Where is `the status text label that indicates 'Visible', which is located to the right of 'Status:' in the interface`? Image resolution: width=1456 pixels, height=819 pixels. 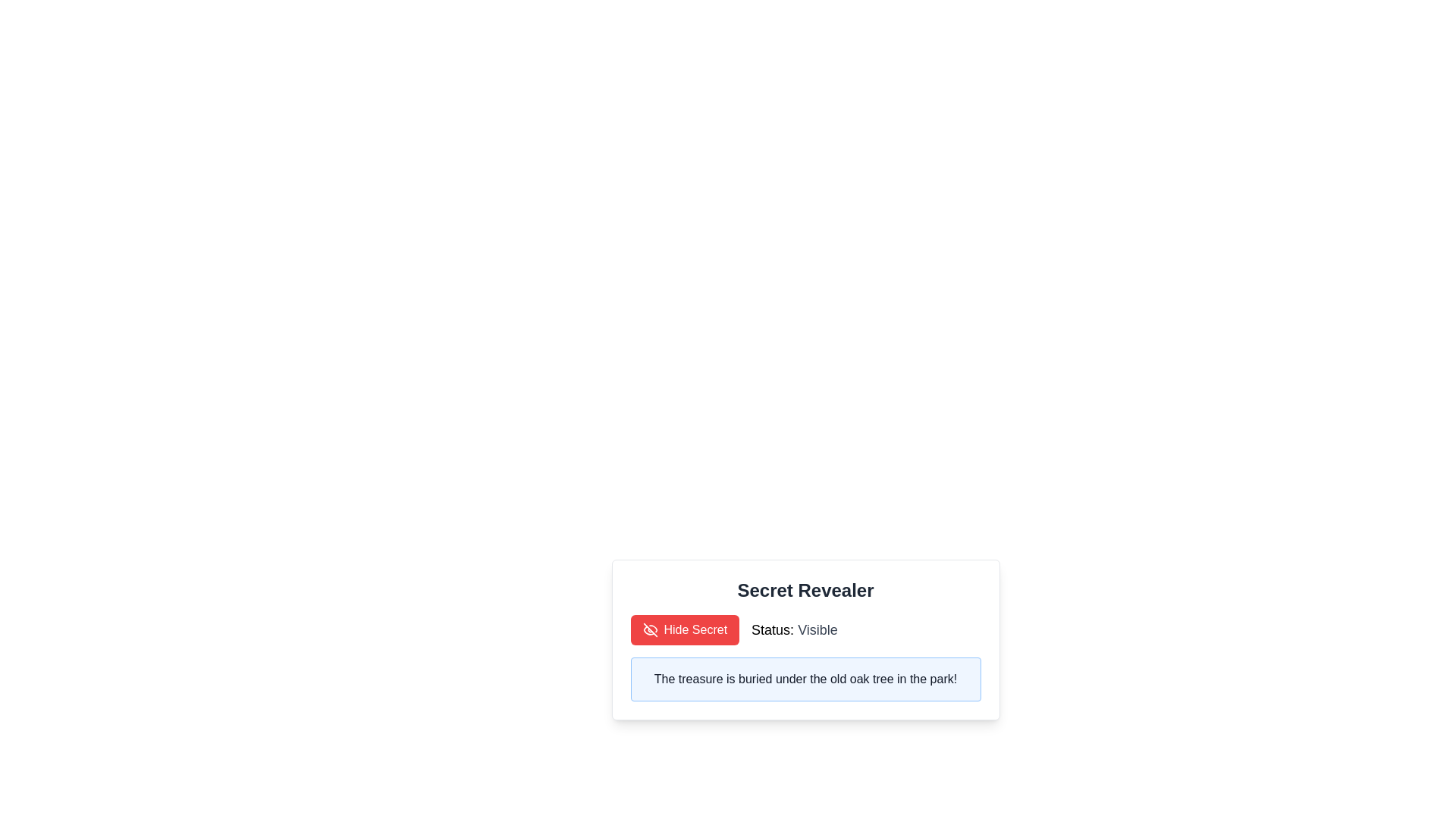
the status text label that indicates 'Visible', which is located to the right of 'Status:' in the interface is located at coordinates (817, 629).